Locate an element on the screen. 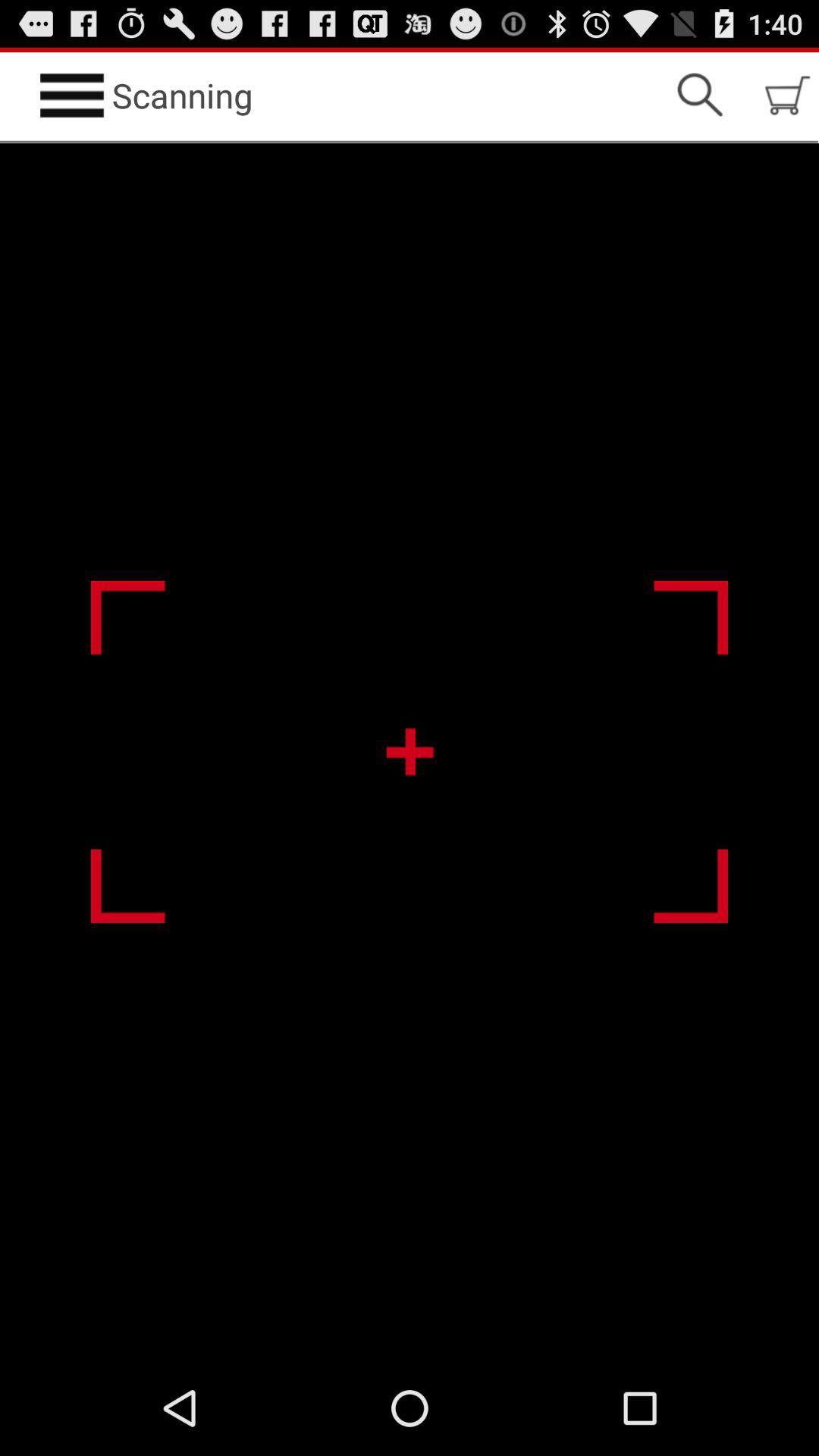  the app to the right of scanning is located at coordinates (699, 94).